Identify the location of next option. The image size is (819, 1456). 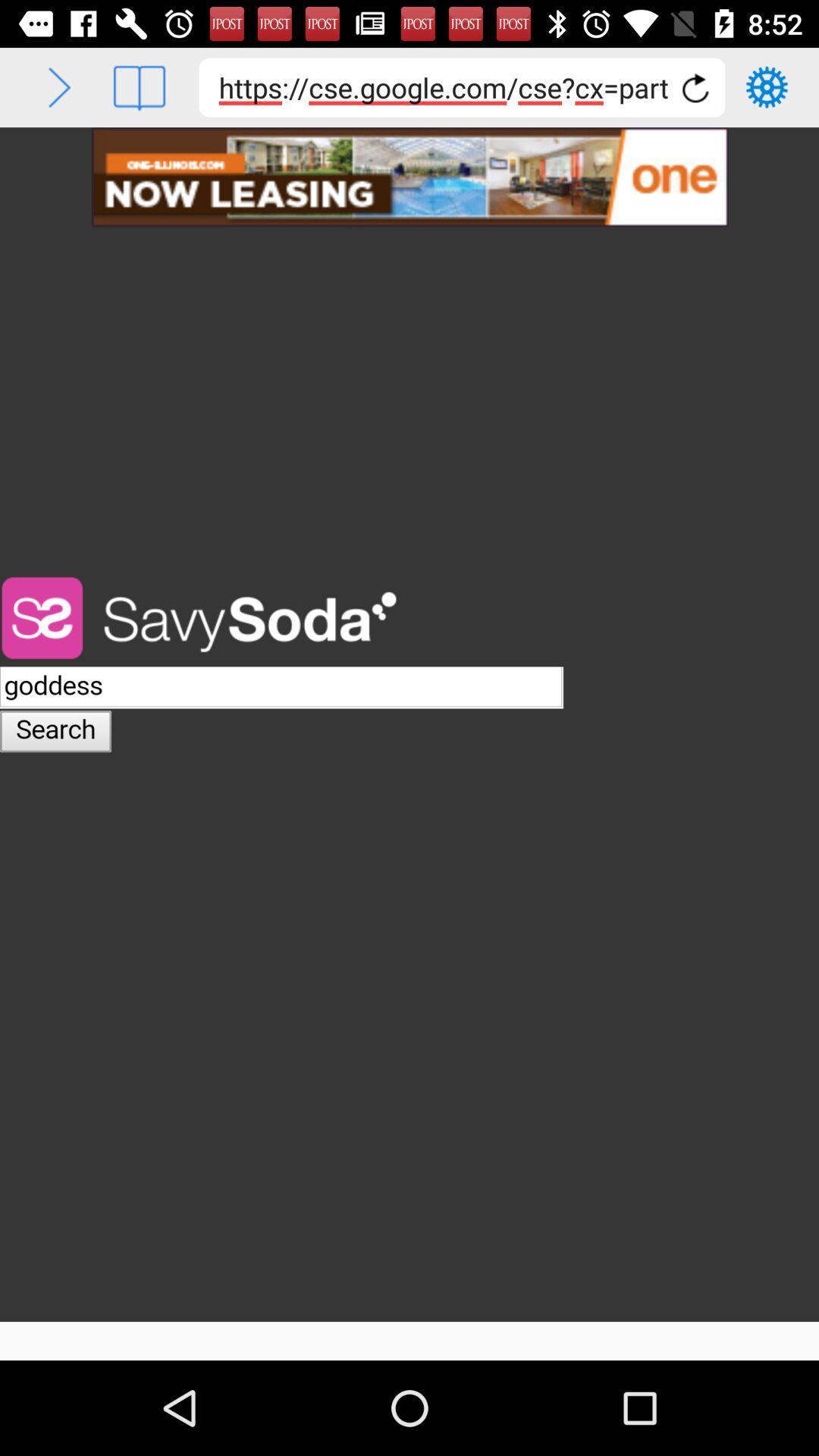
(58, 86).